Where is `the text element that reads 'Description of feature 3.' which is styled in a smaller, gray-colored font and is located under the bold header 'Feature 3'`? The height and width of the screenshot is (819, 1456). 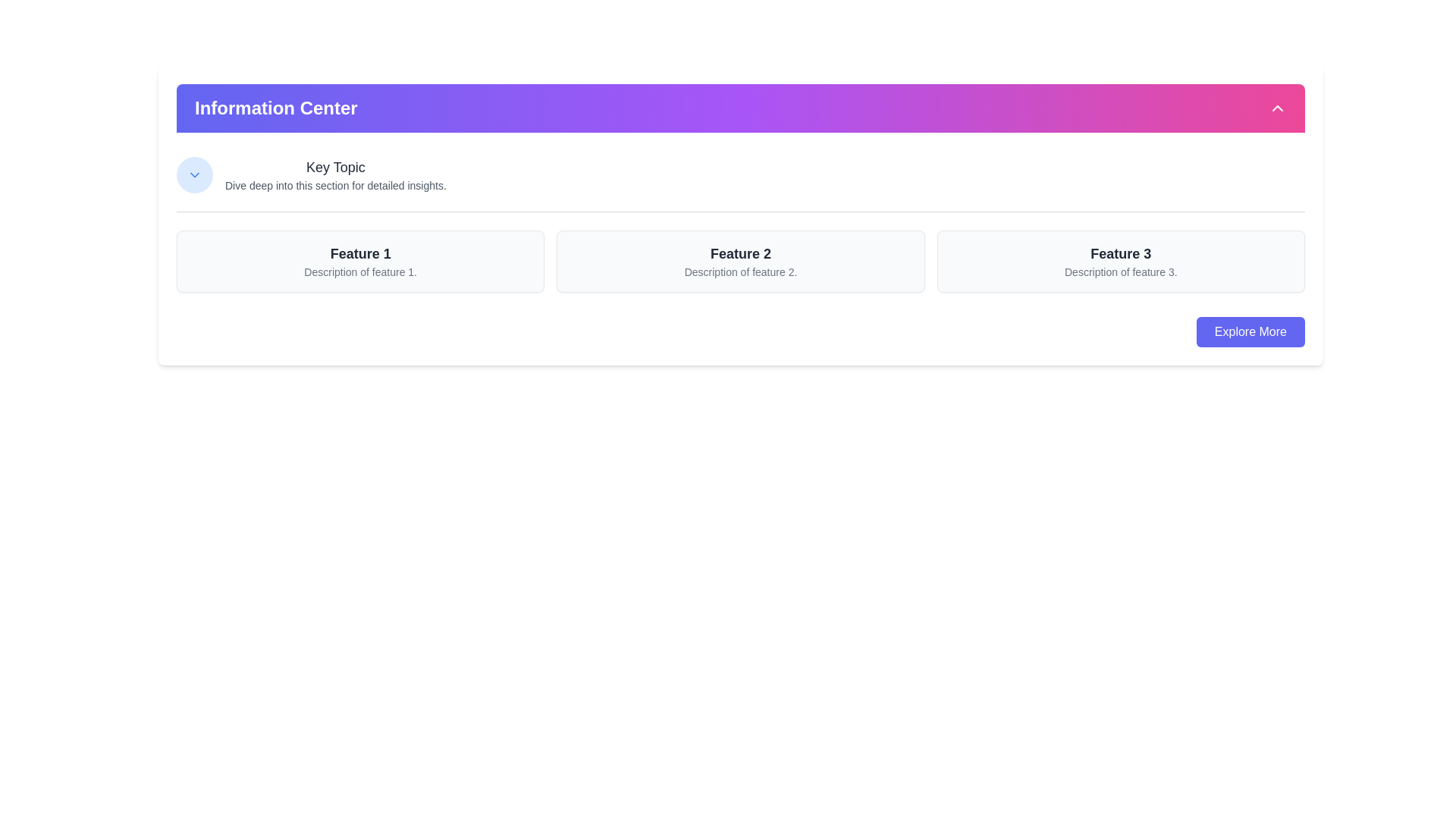
the text element that reads 'Description of feature 3.' which is styled in a smaller, gray-colored font and is located under the bold header 'Feature 3' is located at coordinates (1121, 271).